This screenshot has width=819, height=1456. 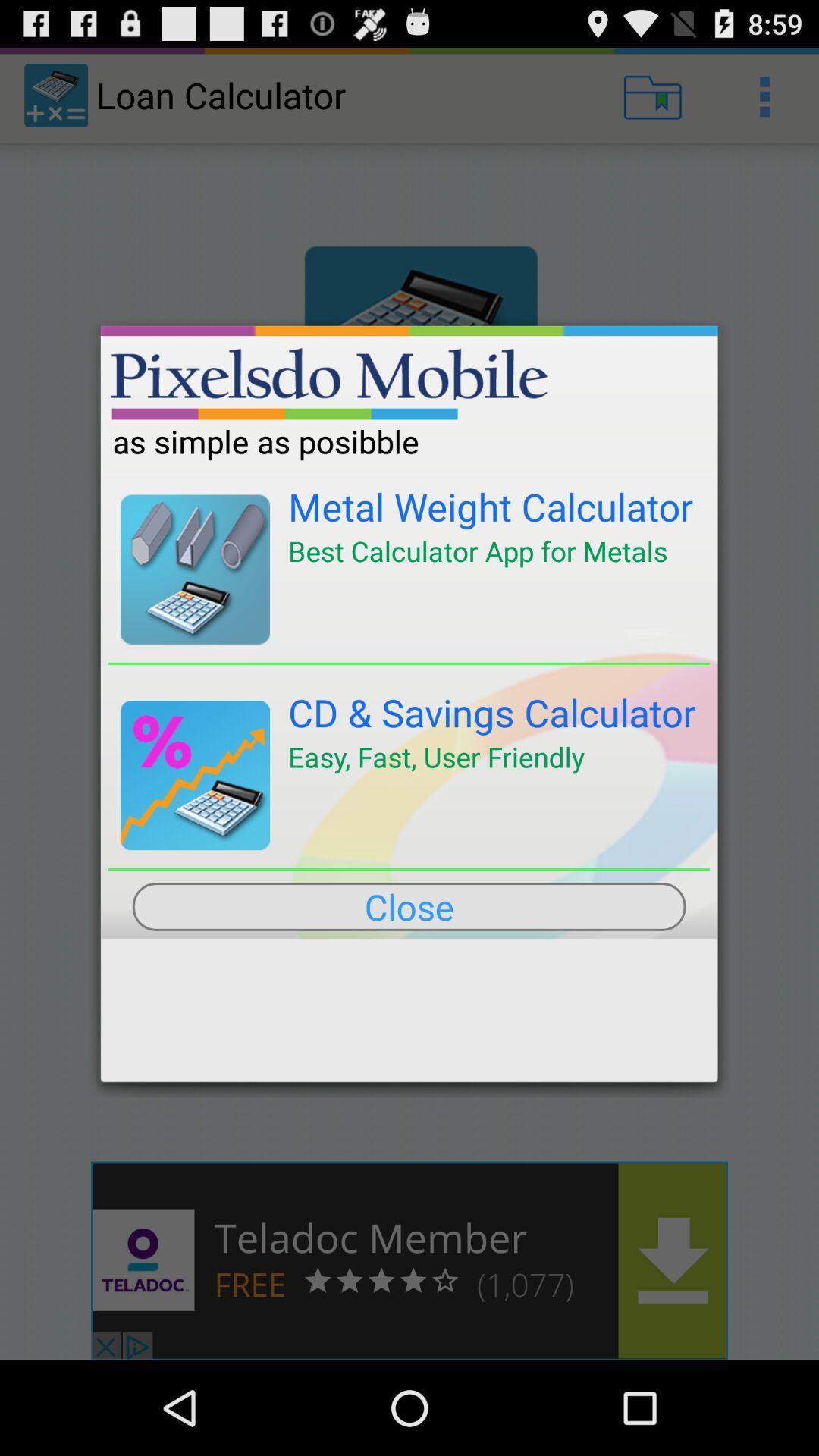 What do you see at coordinates (478, 550) in the screenshot?
I see `the best calculator app app` at bounding box center [478, 550].